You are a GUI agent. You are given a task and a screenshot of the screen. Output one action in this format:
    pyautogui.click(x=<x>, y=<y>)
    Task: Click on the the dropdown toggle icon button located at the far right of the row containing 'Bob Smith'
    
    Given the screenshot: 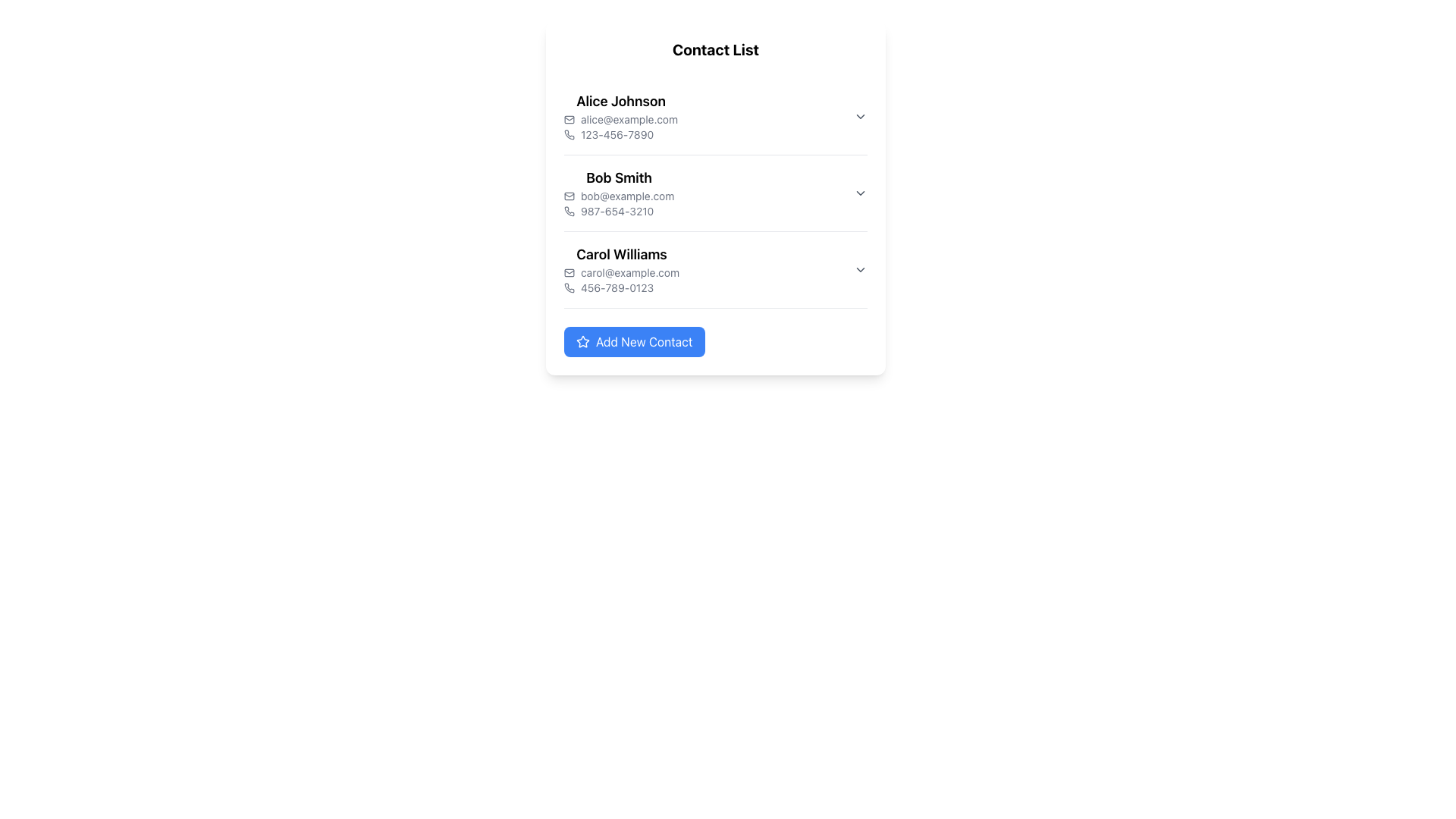 What is the action you would take?
    pyautogui.click(x=860, y=192)
    